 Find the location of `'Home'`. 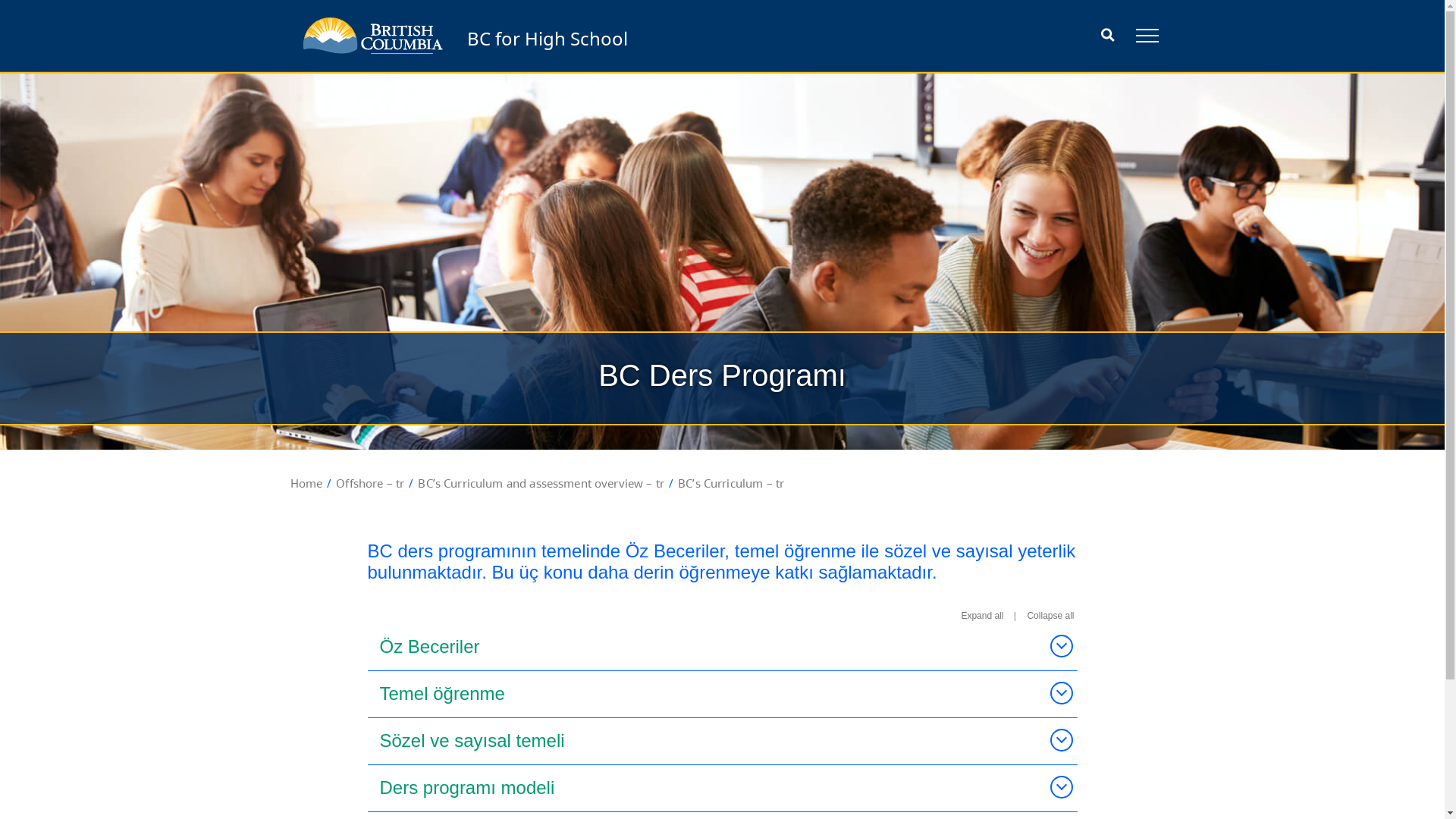

'Home' is located at coordinates (290, 482).